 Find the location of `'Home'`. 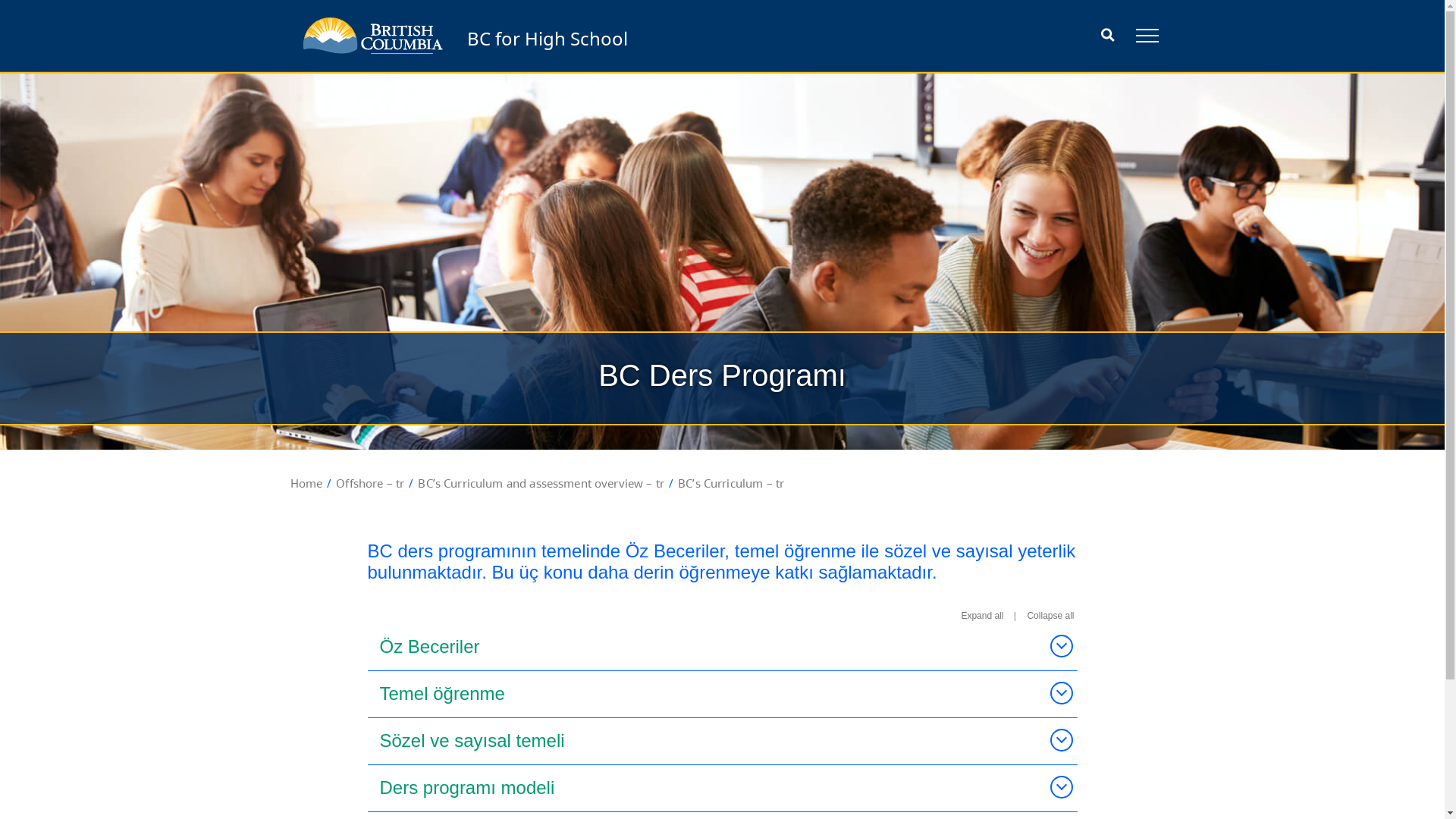

'Home' is located at coordinates (290, 482).